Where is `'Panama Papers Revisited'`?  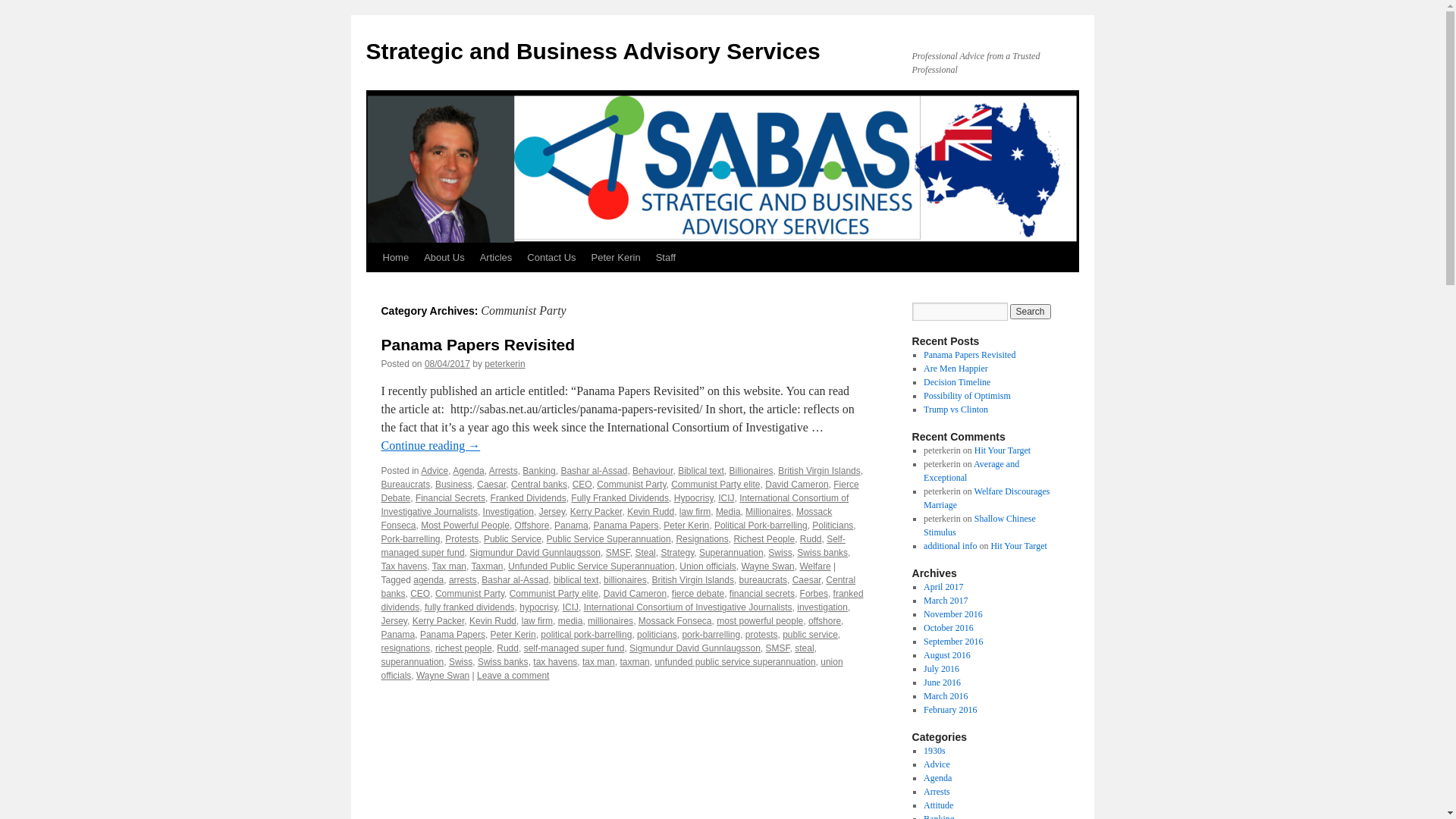
'Panama Papers Revisited' is located at coordinates (923, 354).